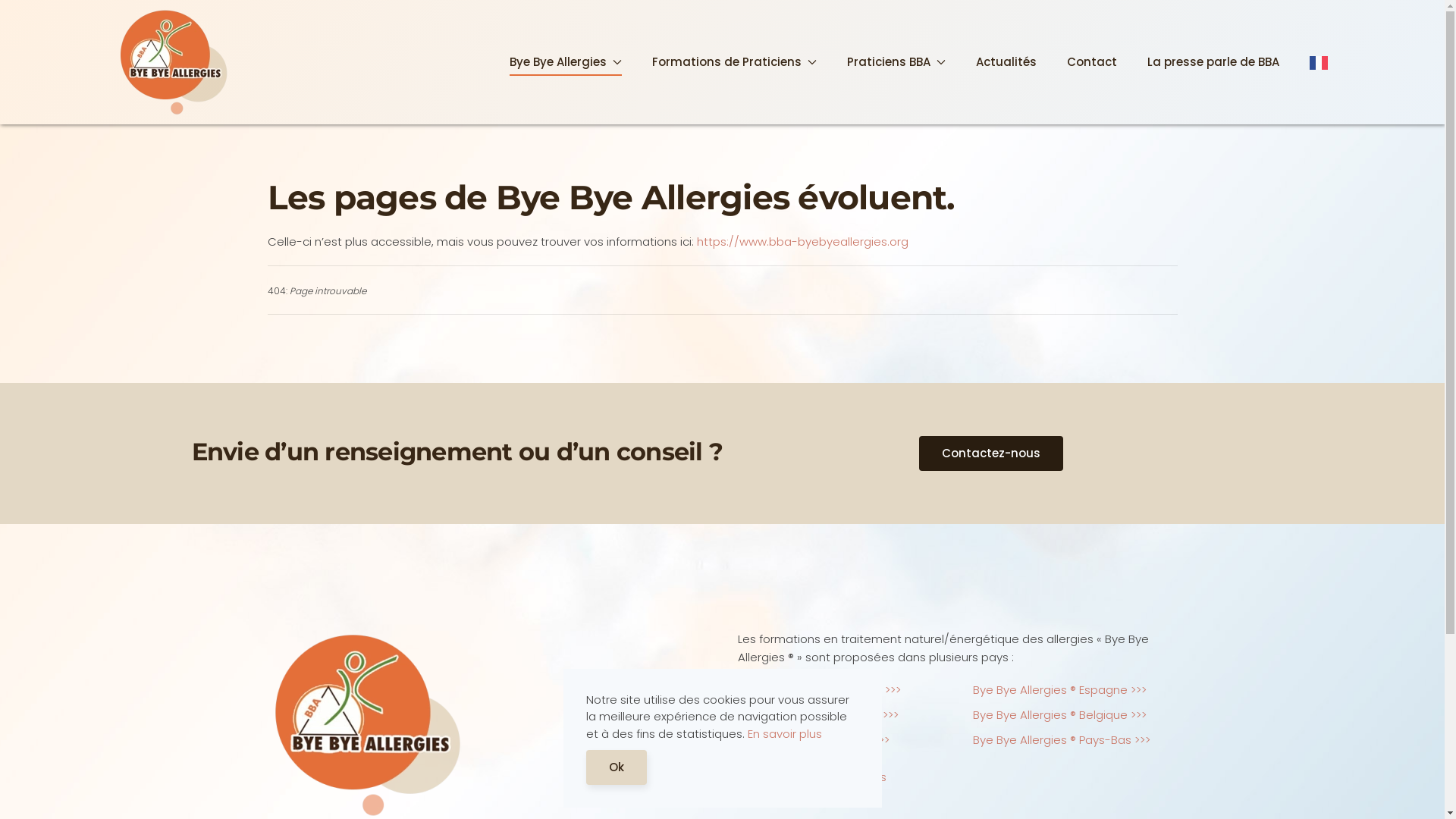  What do you see at coordinates (564, 61) in the screenshot?
I see `'Bye Bye Allergies'` at bounding box center [564, 61].